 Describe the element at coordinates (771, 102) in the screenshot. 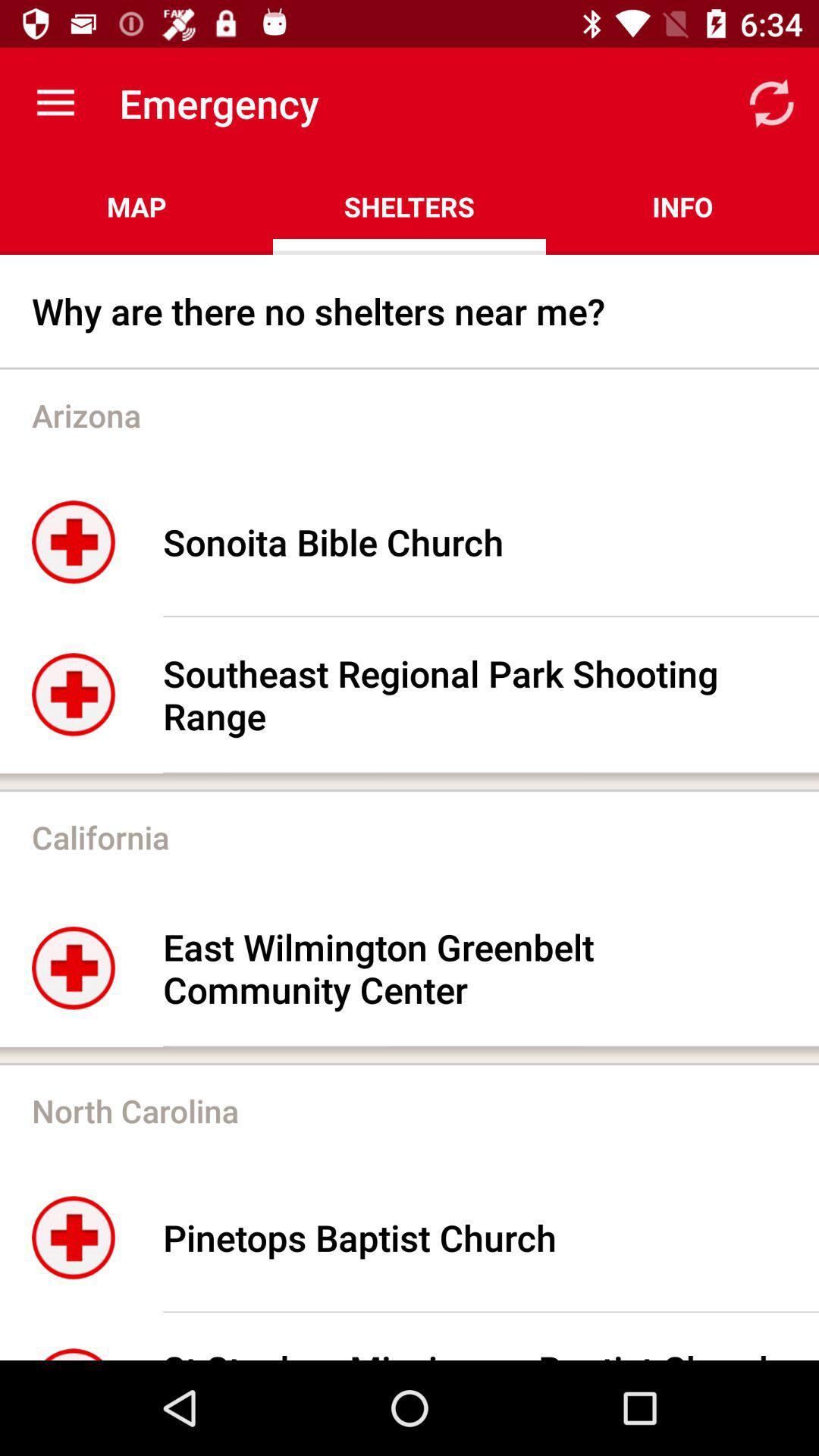

I see `the item next to shelters` at that location.